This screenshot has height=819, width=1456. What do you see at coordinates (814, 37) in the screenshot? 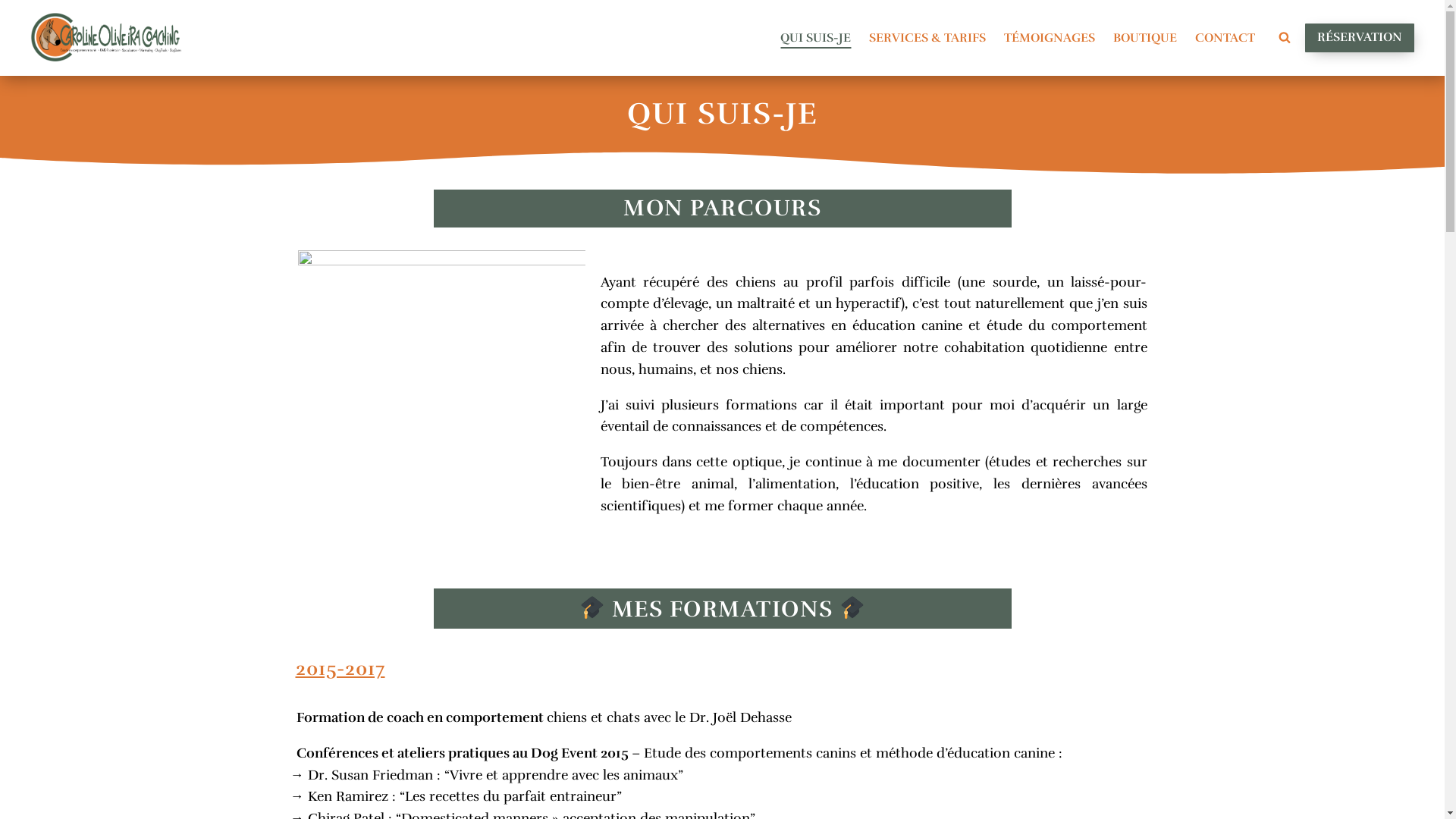
I see `'QUI SUIS-JE'` at bounding box center [814, 37].